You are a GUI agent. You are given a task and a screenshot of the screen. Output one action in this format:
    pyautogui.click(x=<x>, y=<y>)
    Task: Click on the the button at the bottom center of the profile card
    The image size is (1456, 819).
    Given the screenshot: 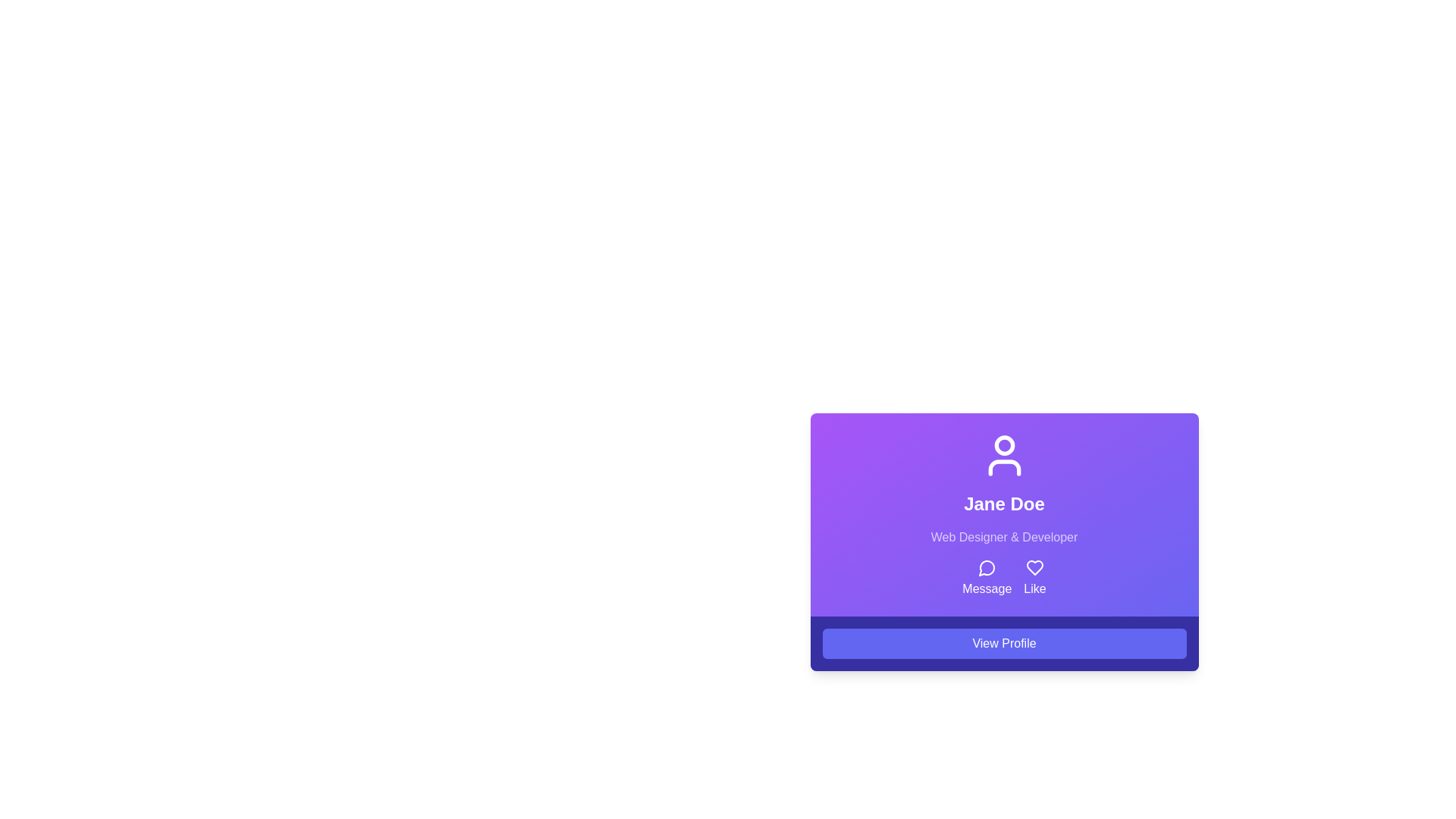 What is the action you would take?
    pyautogui.click(x=1004, y=643)
    